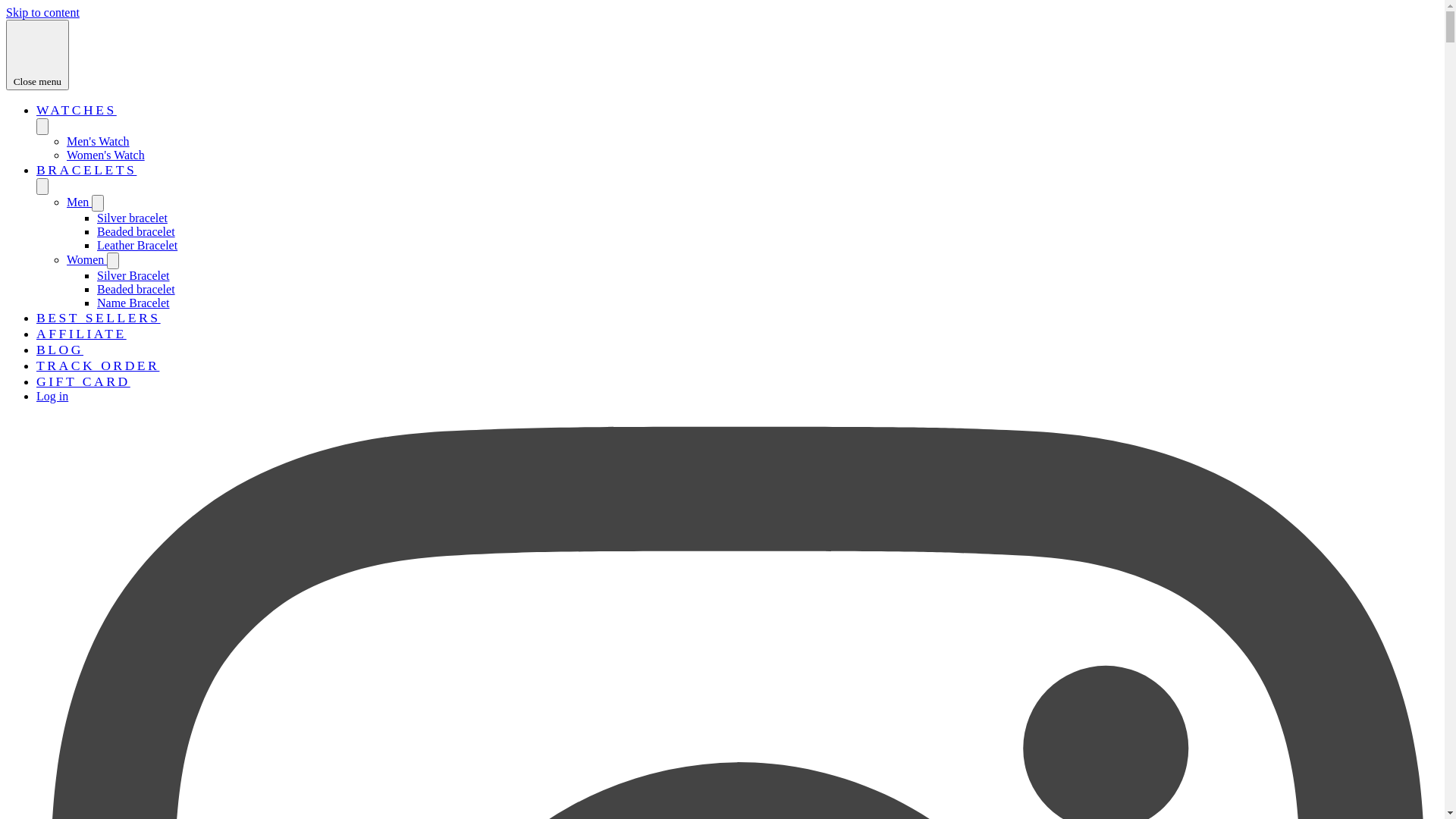 The image size is (1456, 819). Describe the element at coordinates (86, 169) in the screenshot. I see `'BRACELETS'` at that location.